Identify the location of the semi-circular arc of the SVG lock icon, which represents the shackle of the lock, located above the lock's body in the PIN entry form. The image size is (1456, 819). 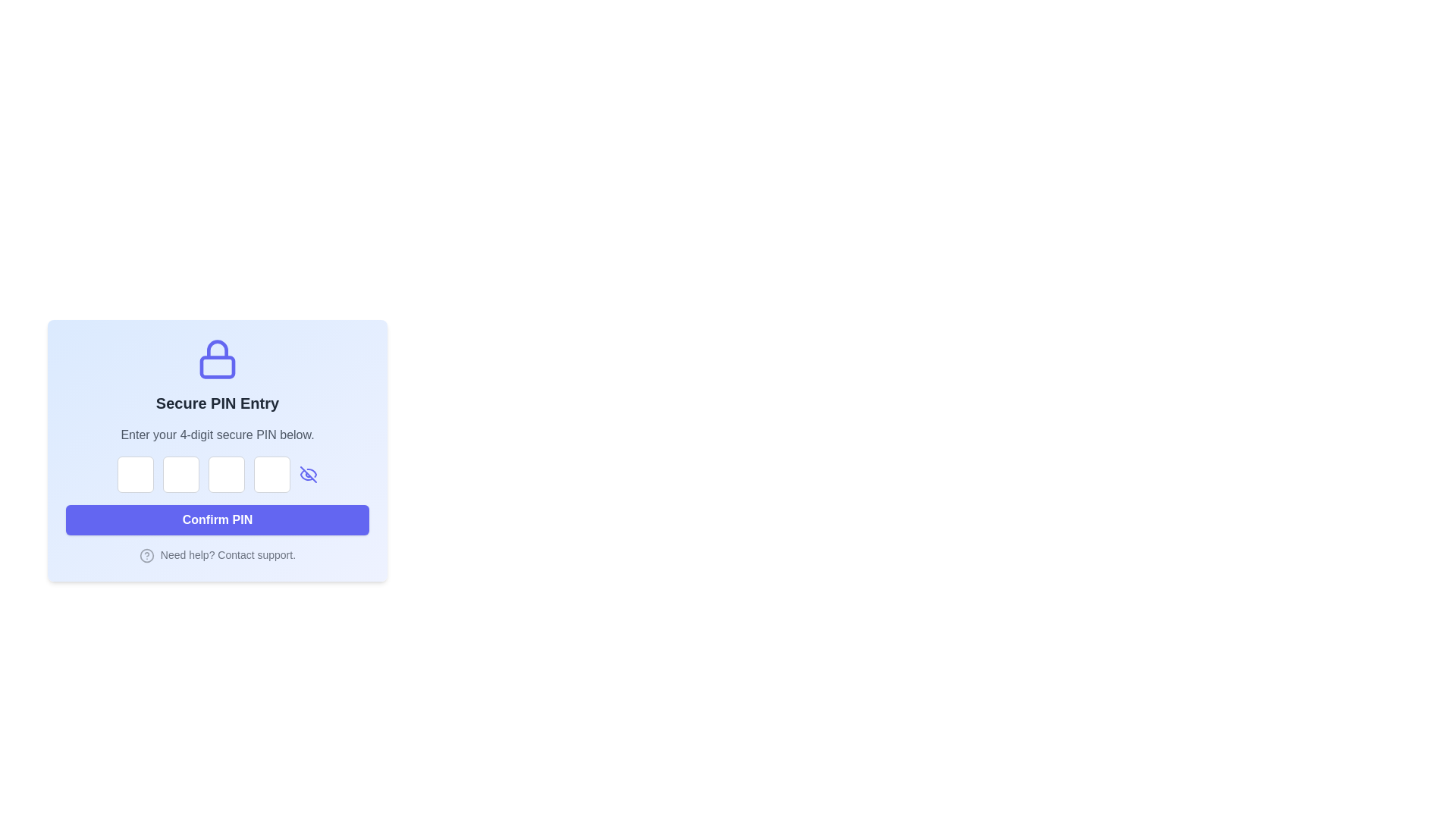
(217, 350).